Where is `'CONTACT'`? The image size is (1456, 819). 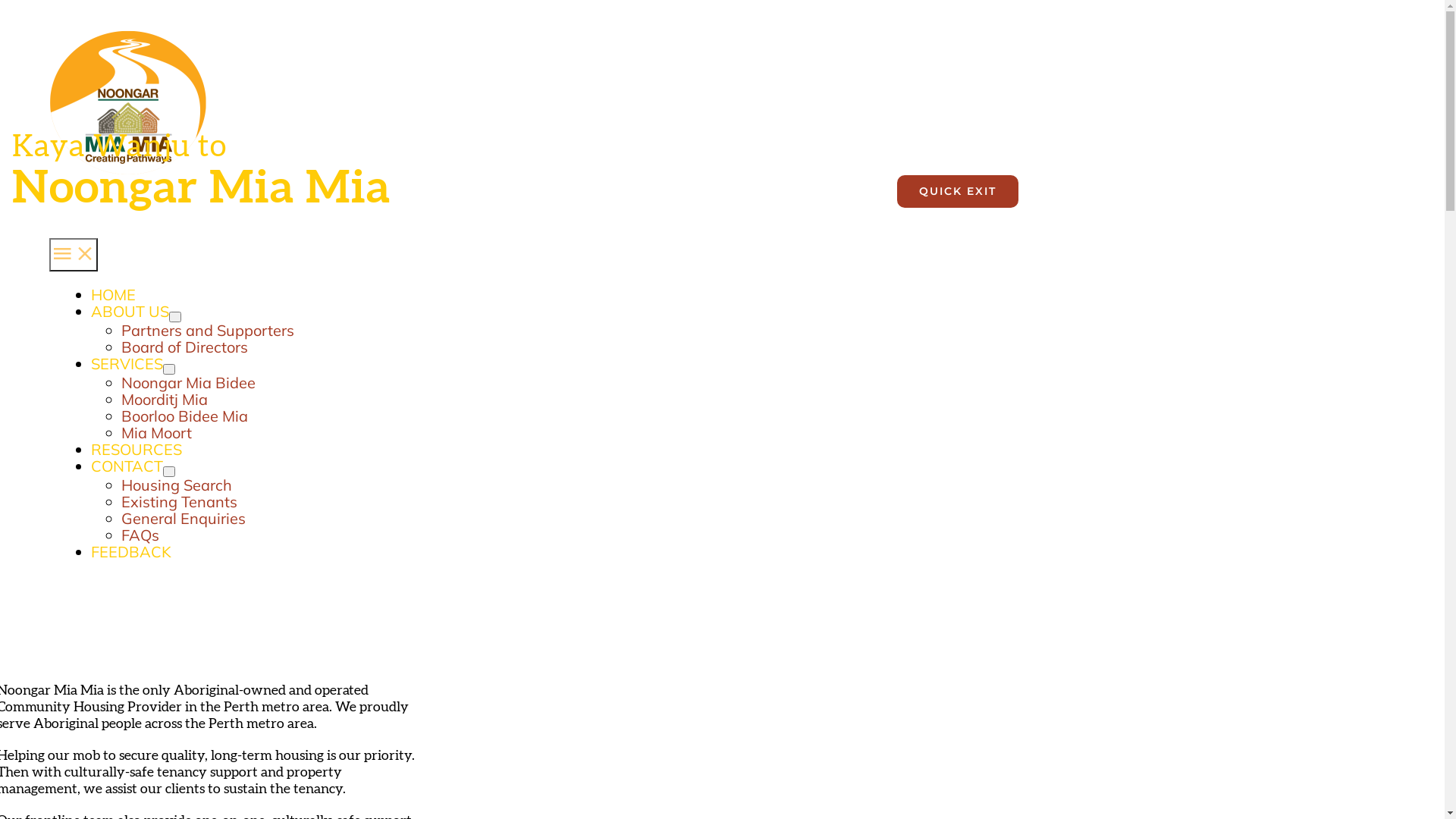 'CONTACT' is located at coordinates (127, 465).